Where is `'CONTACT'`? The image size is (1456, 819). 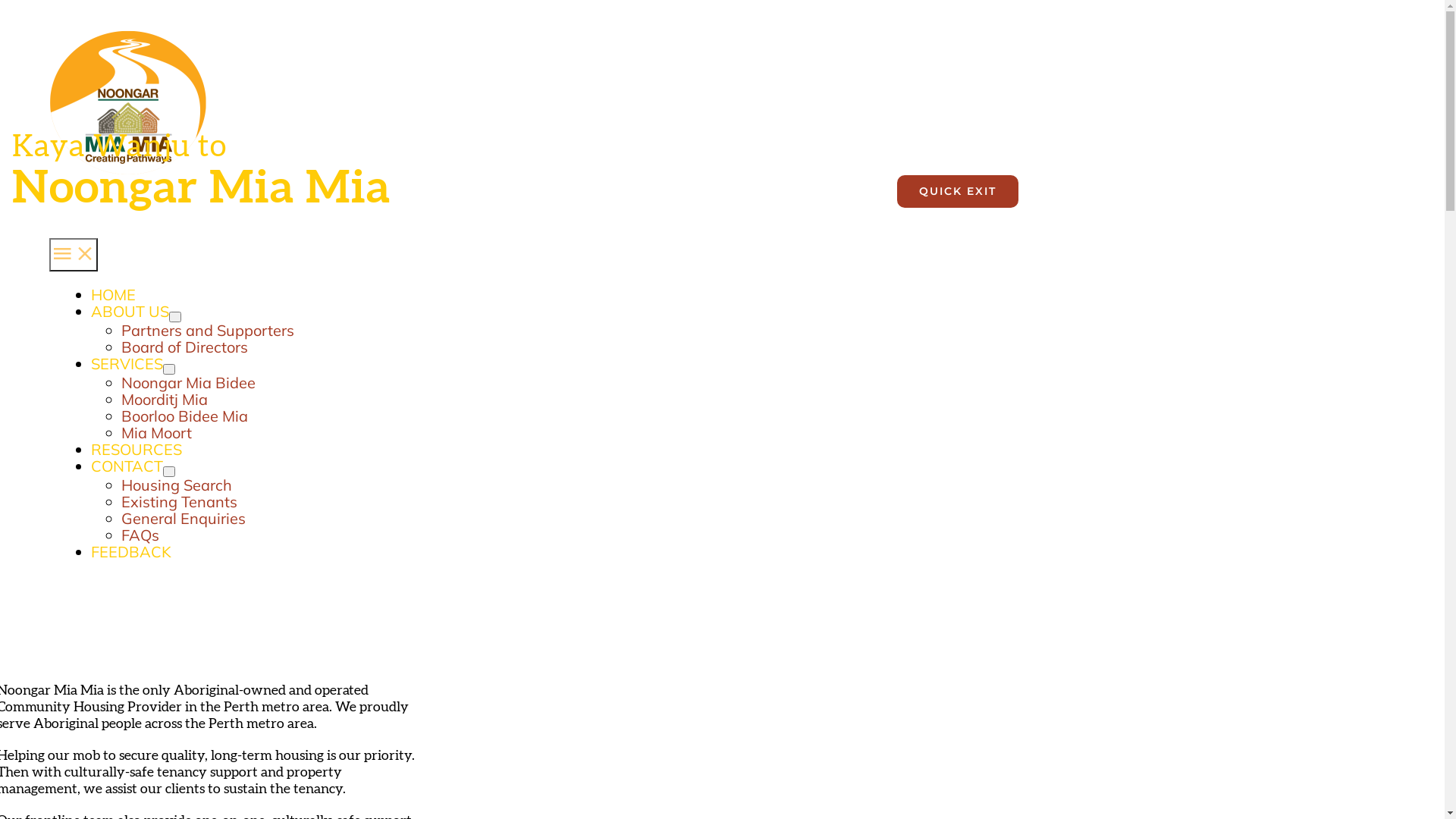 'CONTACT' is located at coordinates (127, 465).